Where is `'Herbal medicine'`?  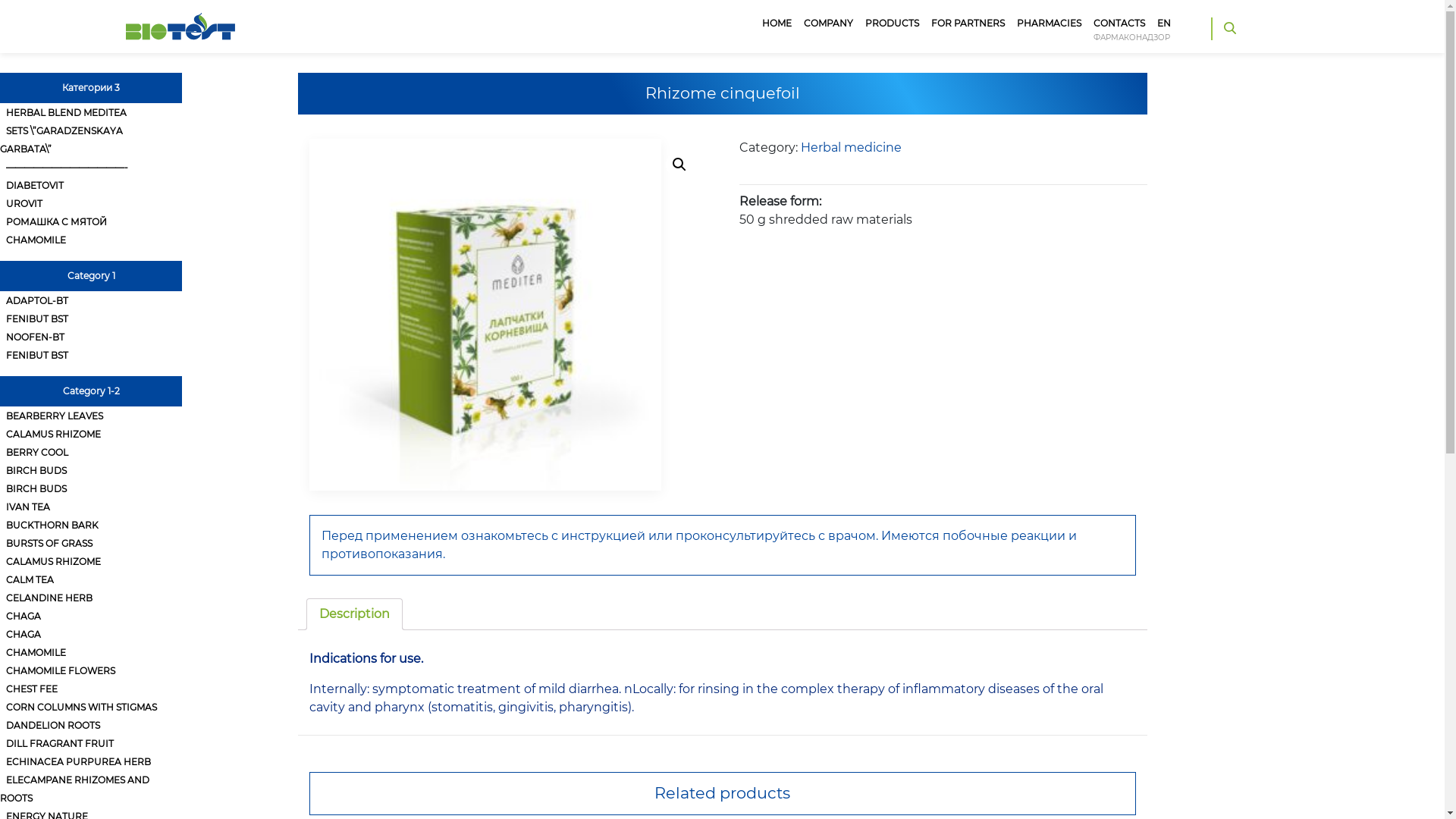 'Herbal medicine' is located at coordinates (851, 147).